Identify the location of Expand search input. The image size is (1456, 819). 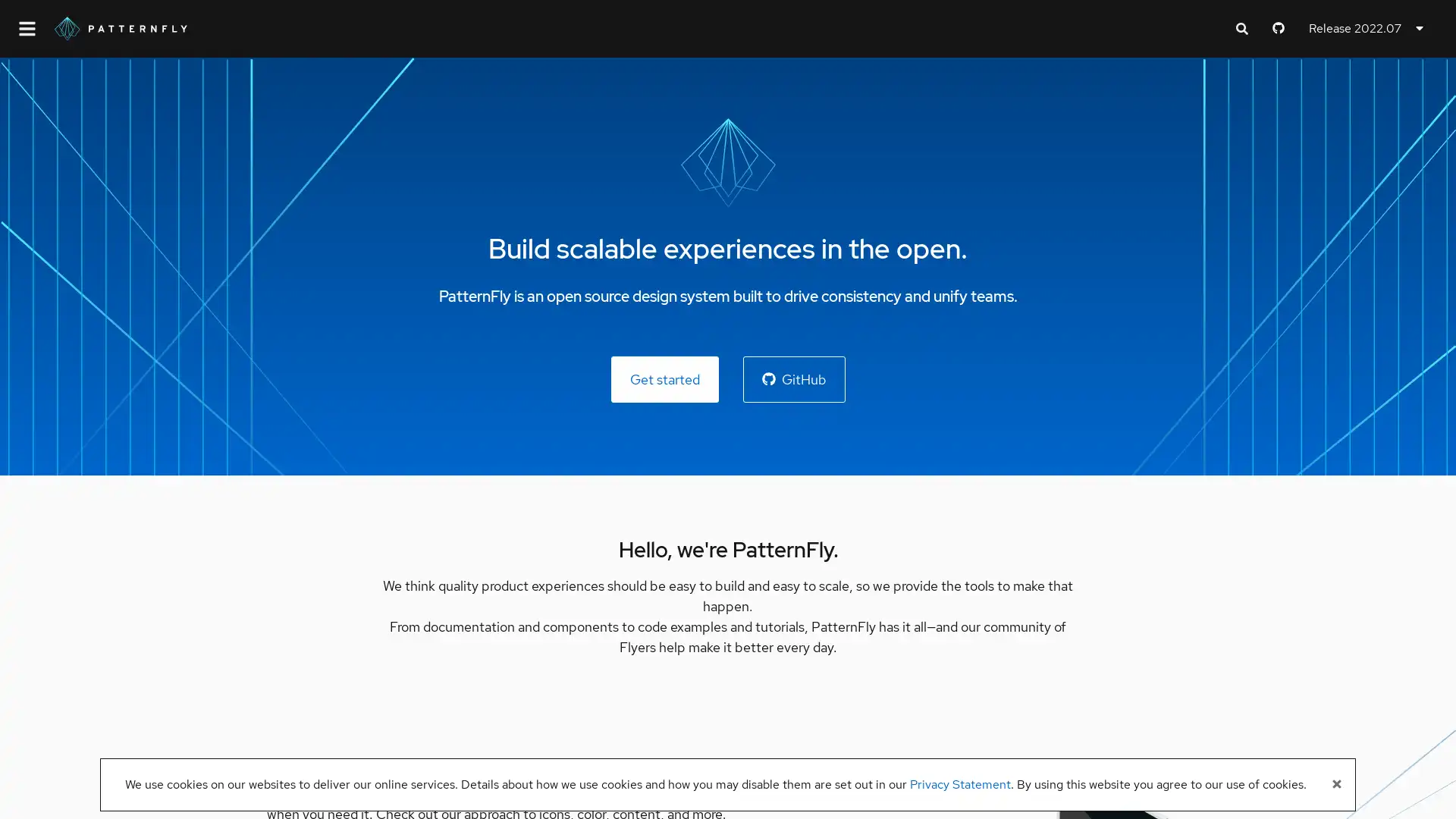
(1241, 29).